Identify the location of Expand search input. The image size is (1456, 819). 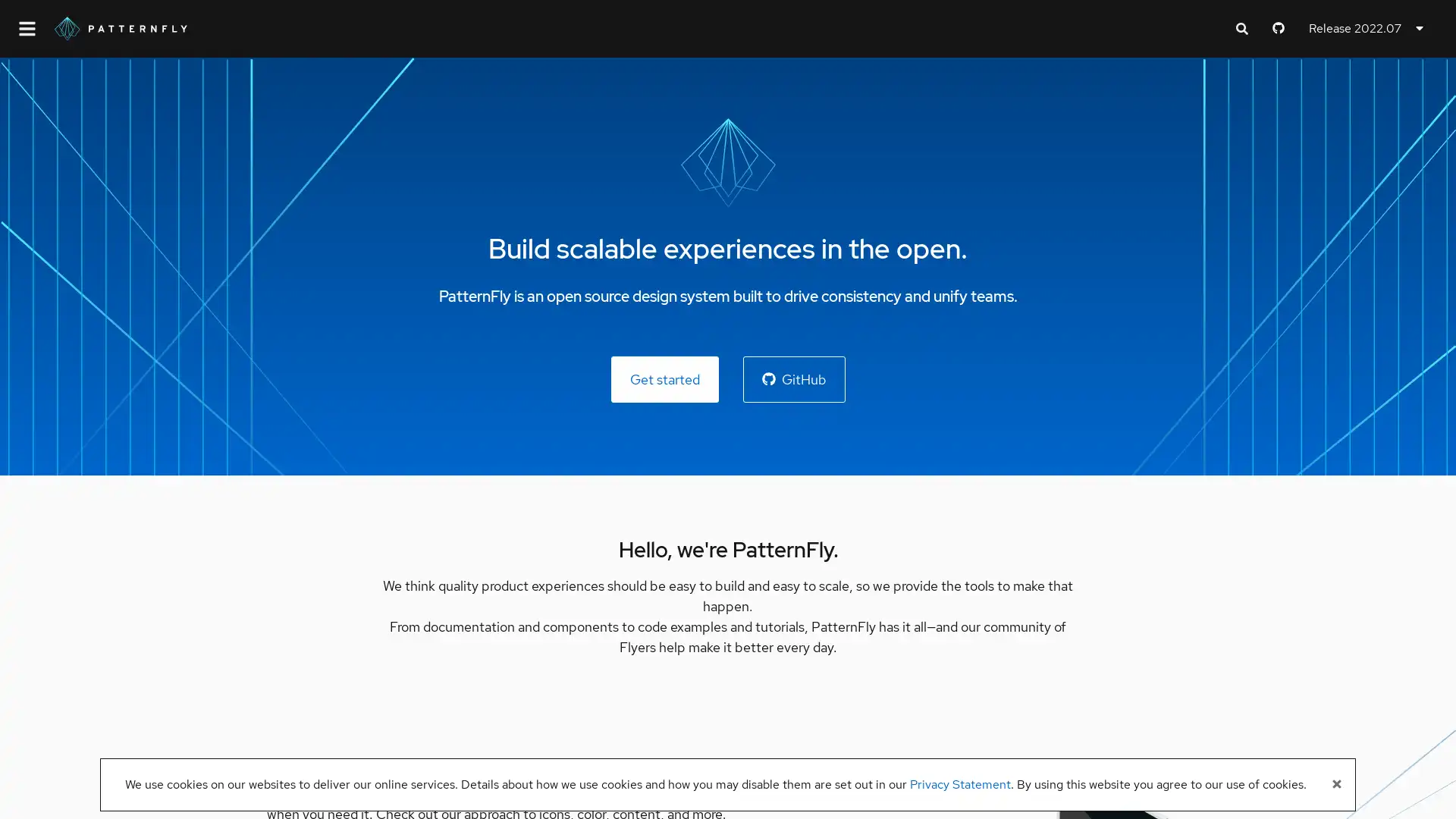
(1241, 29).